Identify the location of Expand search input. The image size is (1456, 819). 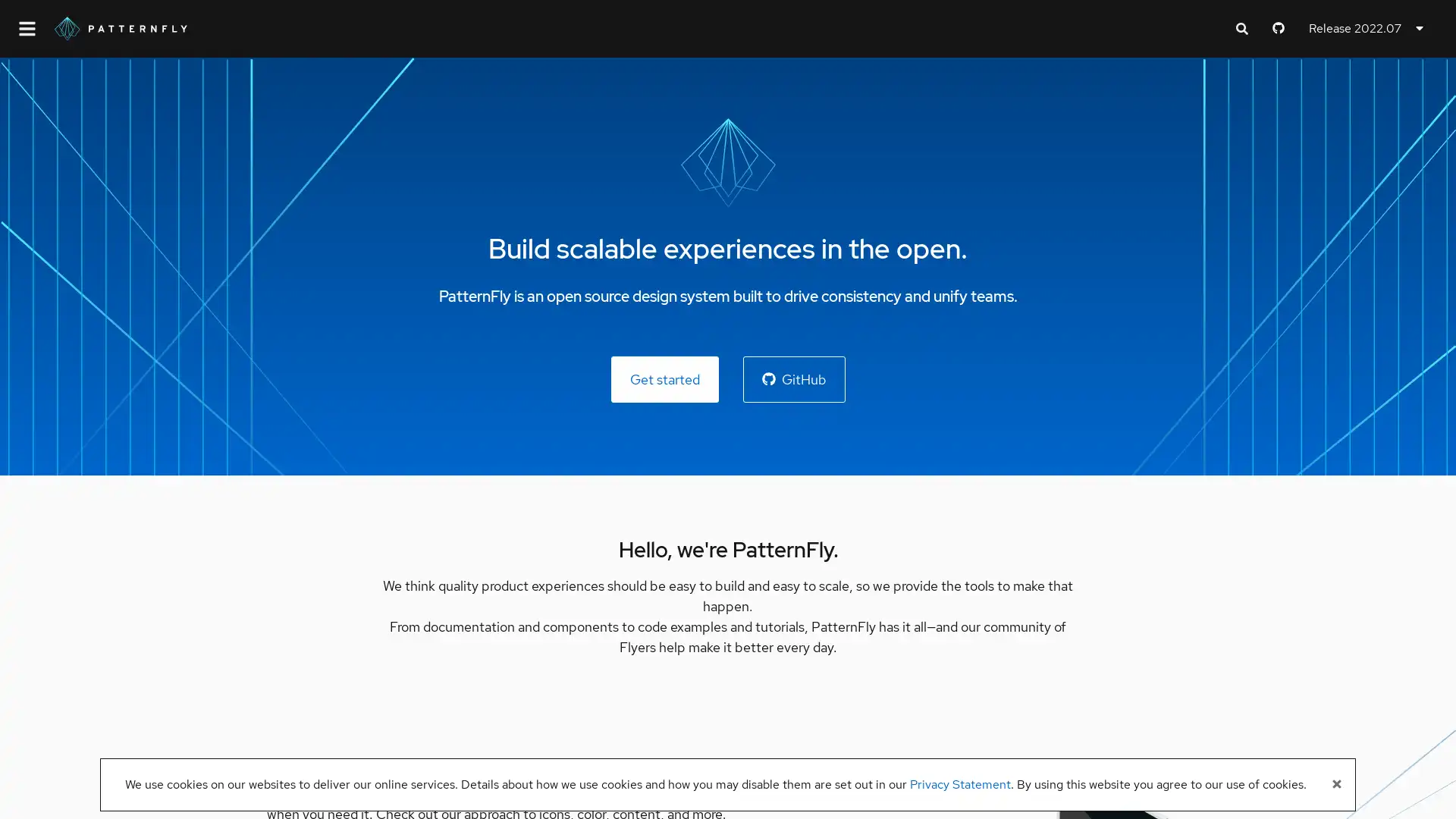
(1241, 29).